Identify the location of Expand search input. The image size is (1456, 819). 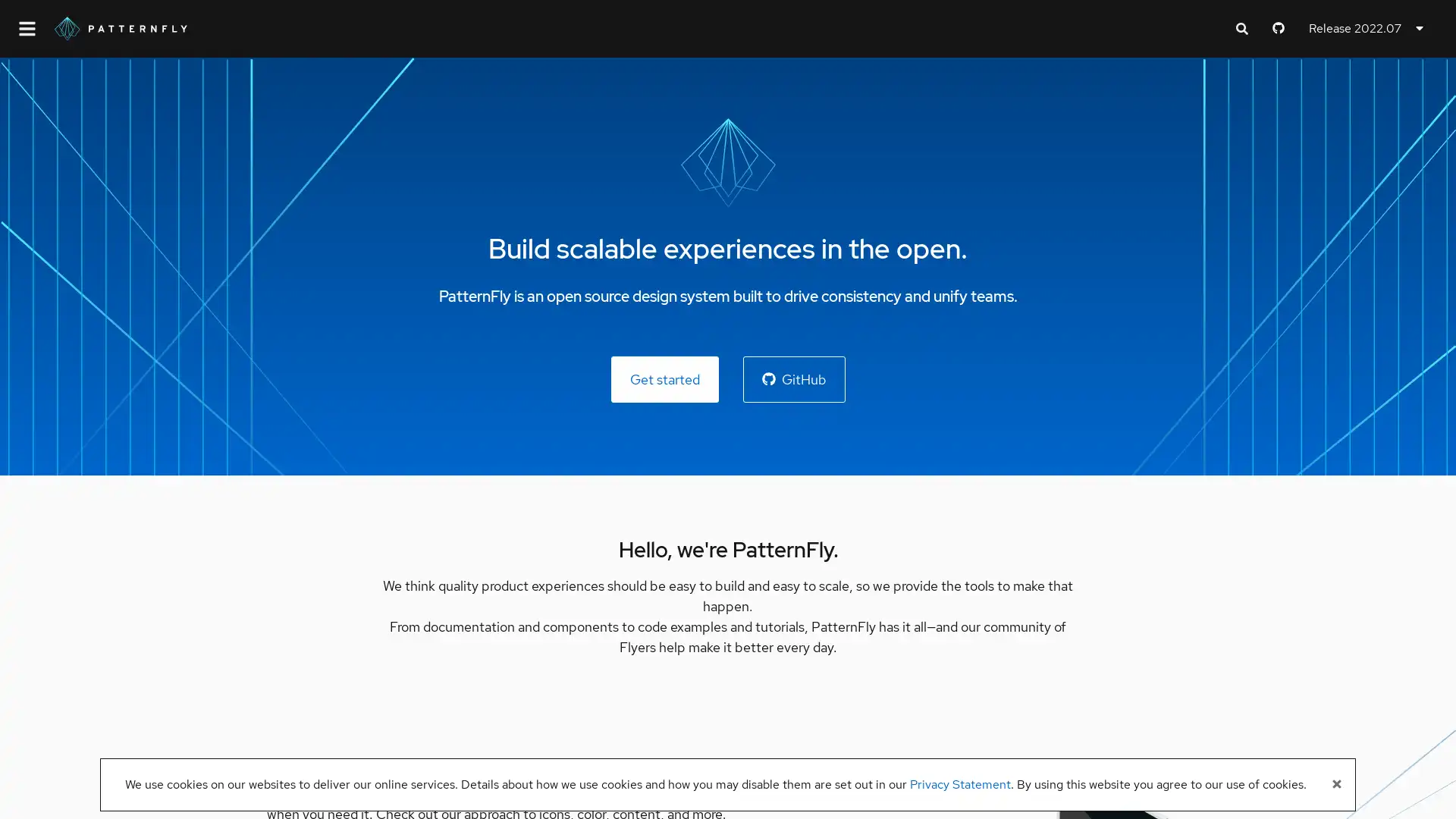
(1241, 29).